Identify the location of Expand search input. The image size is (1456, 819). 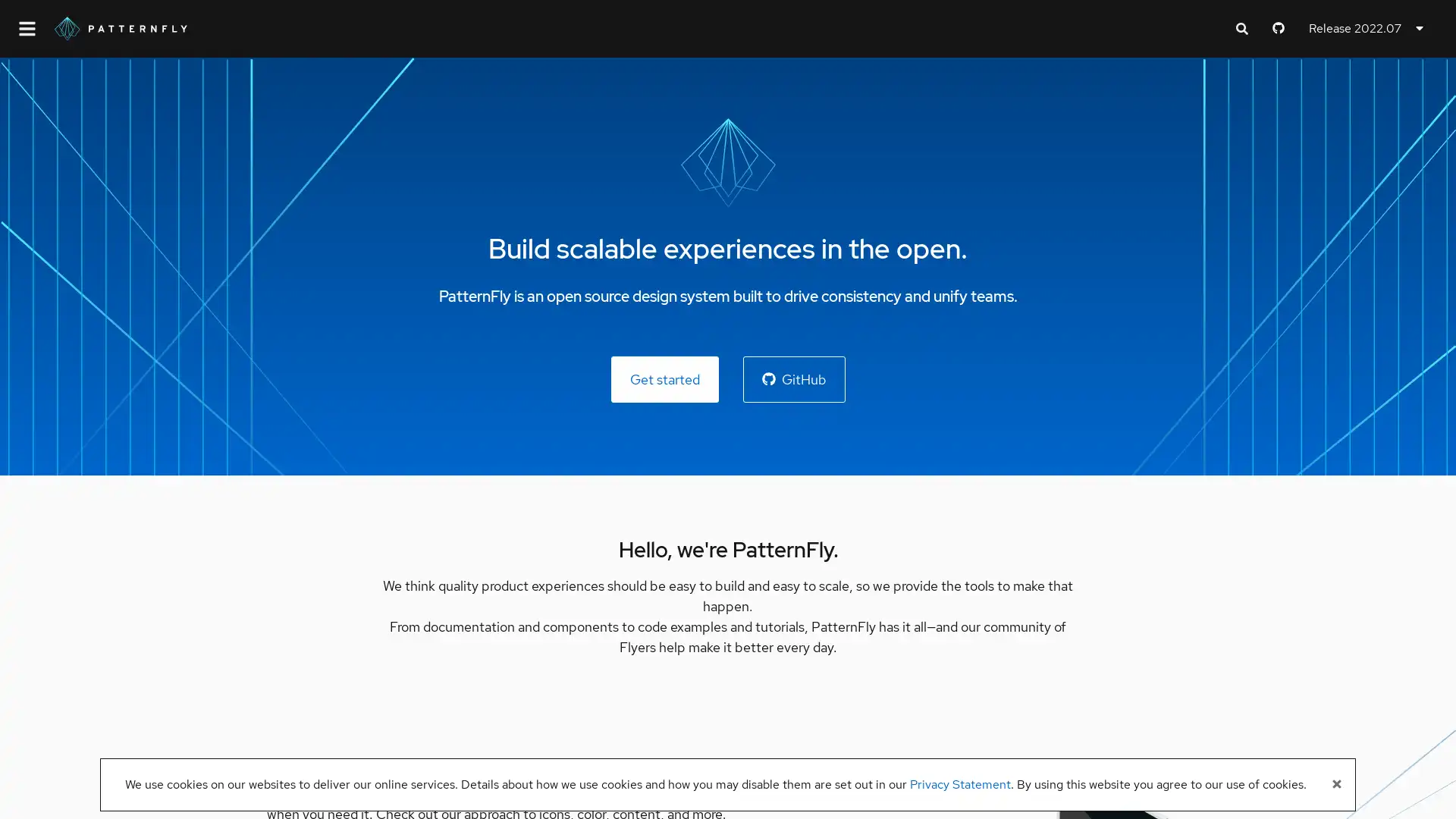
(1241, 29).